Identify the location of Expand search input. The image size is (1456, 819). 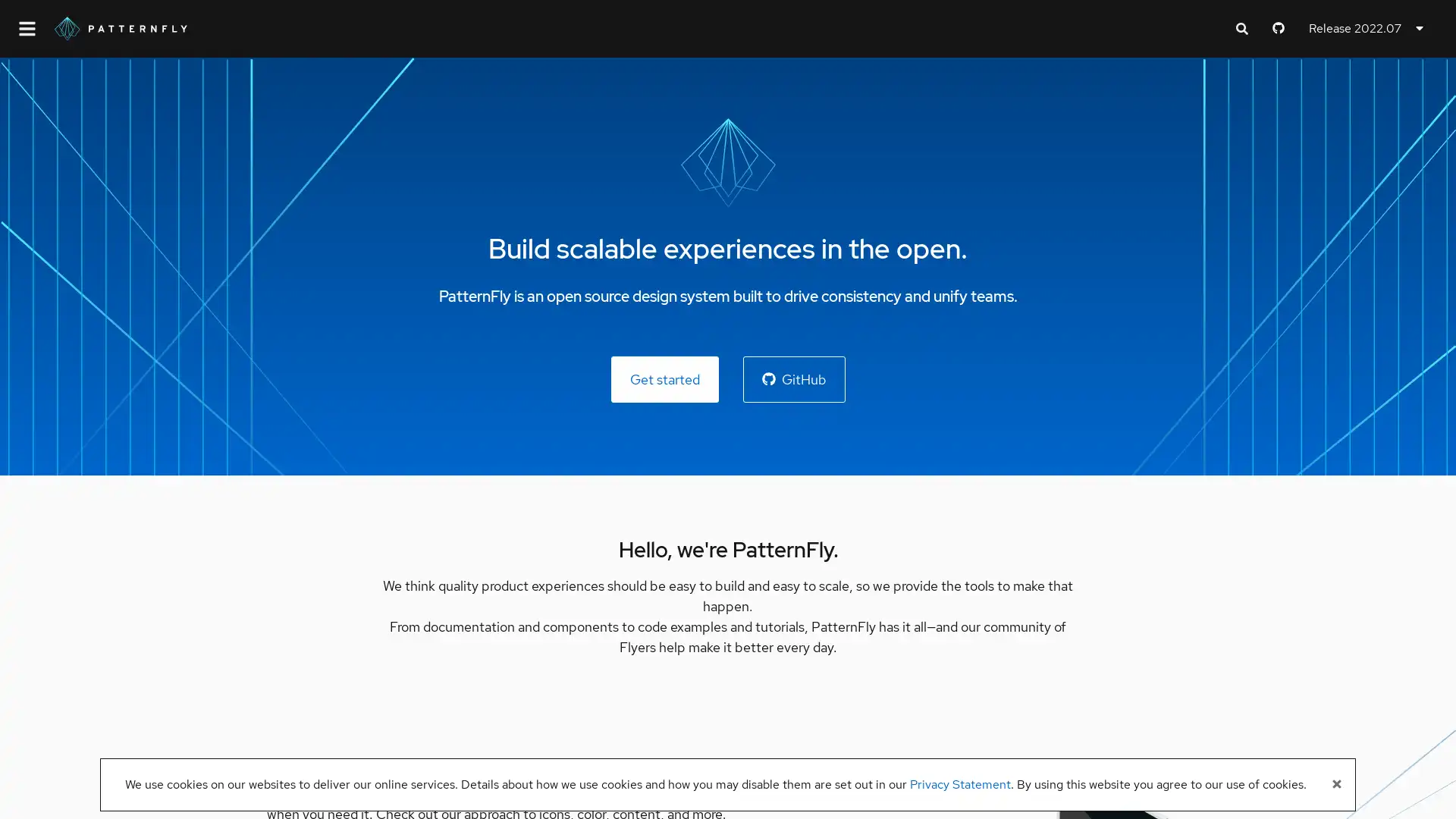
(1241, 29).